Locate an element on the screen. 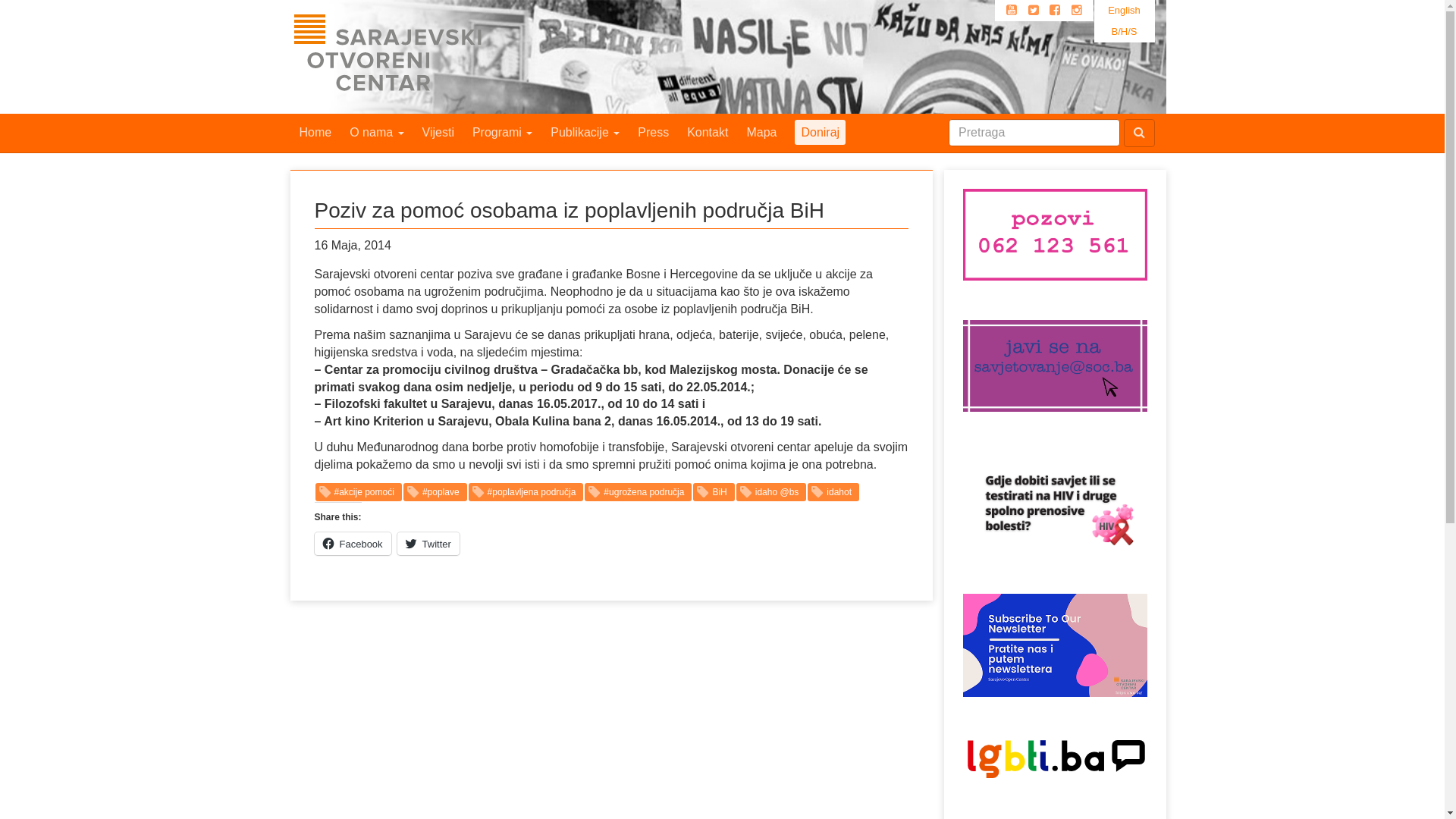 The height and width of the screenshot is (819, 1456). 'Mapa' is located at coordinates (736, 131).